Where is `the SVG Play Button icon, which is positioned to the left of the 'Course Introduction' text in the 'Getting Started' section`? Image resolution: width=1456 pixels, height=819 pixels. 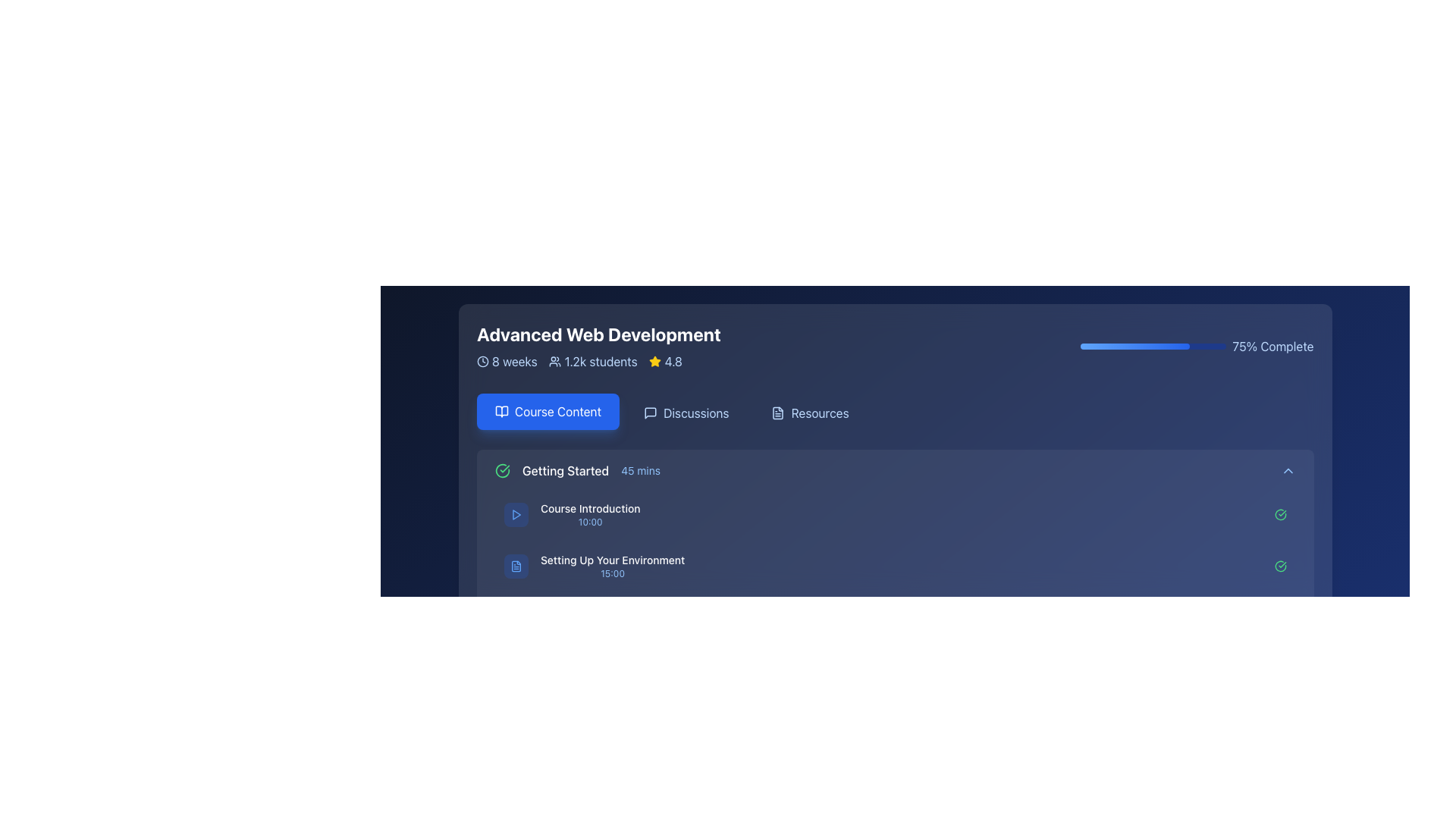
the SVG Play Button icon, which is positioned to the left of the 'Course Introduction' text in the 'Getting Started' section is located at coordinates (516, 513).